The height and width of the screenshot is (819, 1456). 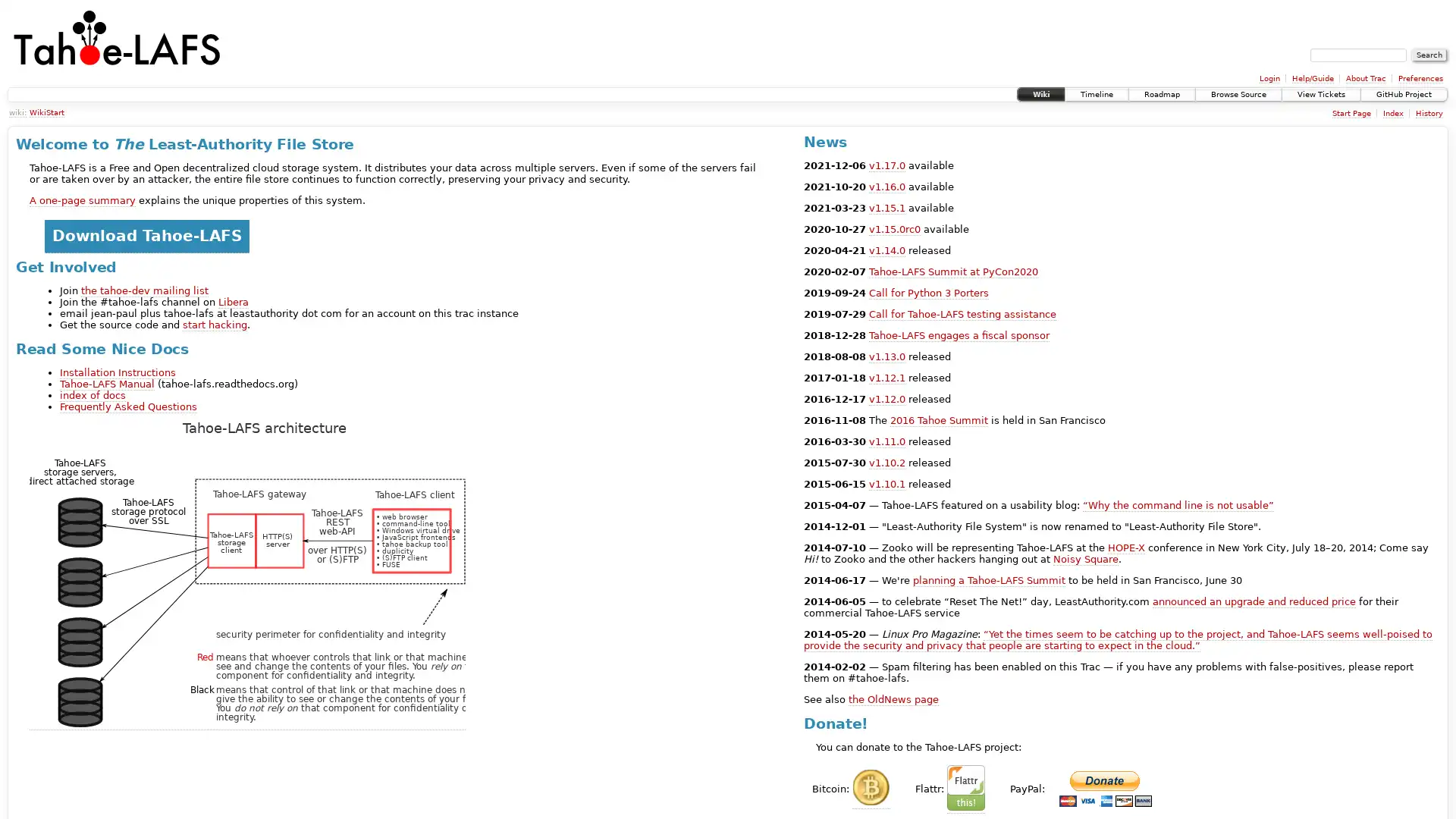 I want to click on Search, so click(x=1429, y=55).